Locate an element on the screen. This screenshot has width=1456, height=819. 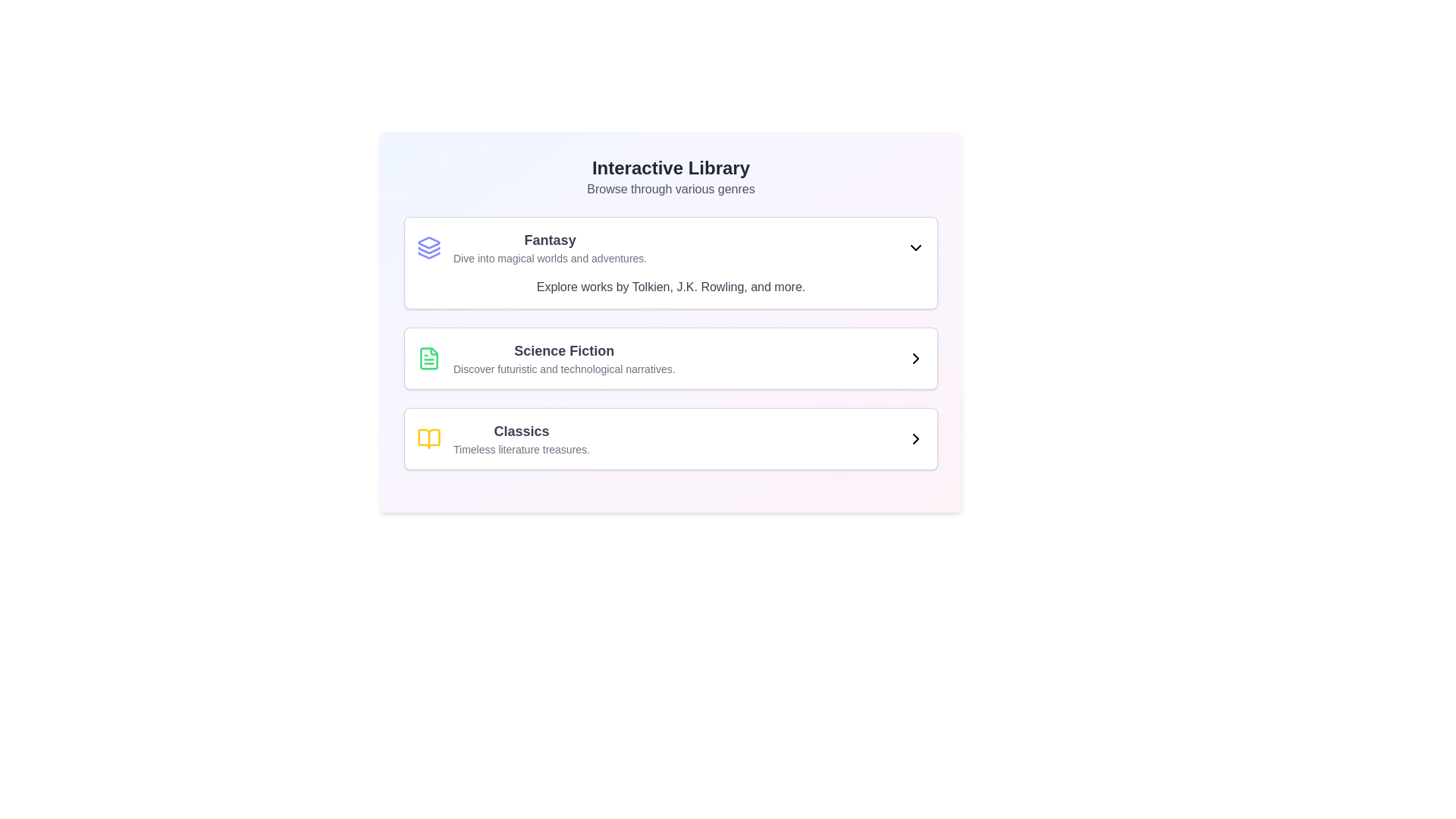
the right-pointing Chevron icon located in the top-right corner of the 'Classics' row, which serves as a navigational button for expanding details is located at coordinates (915, 438).